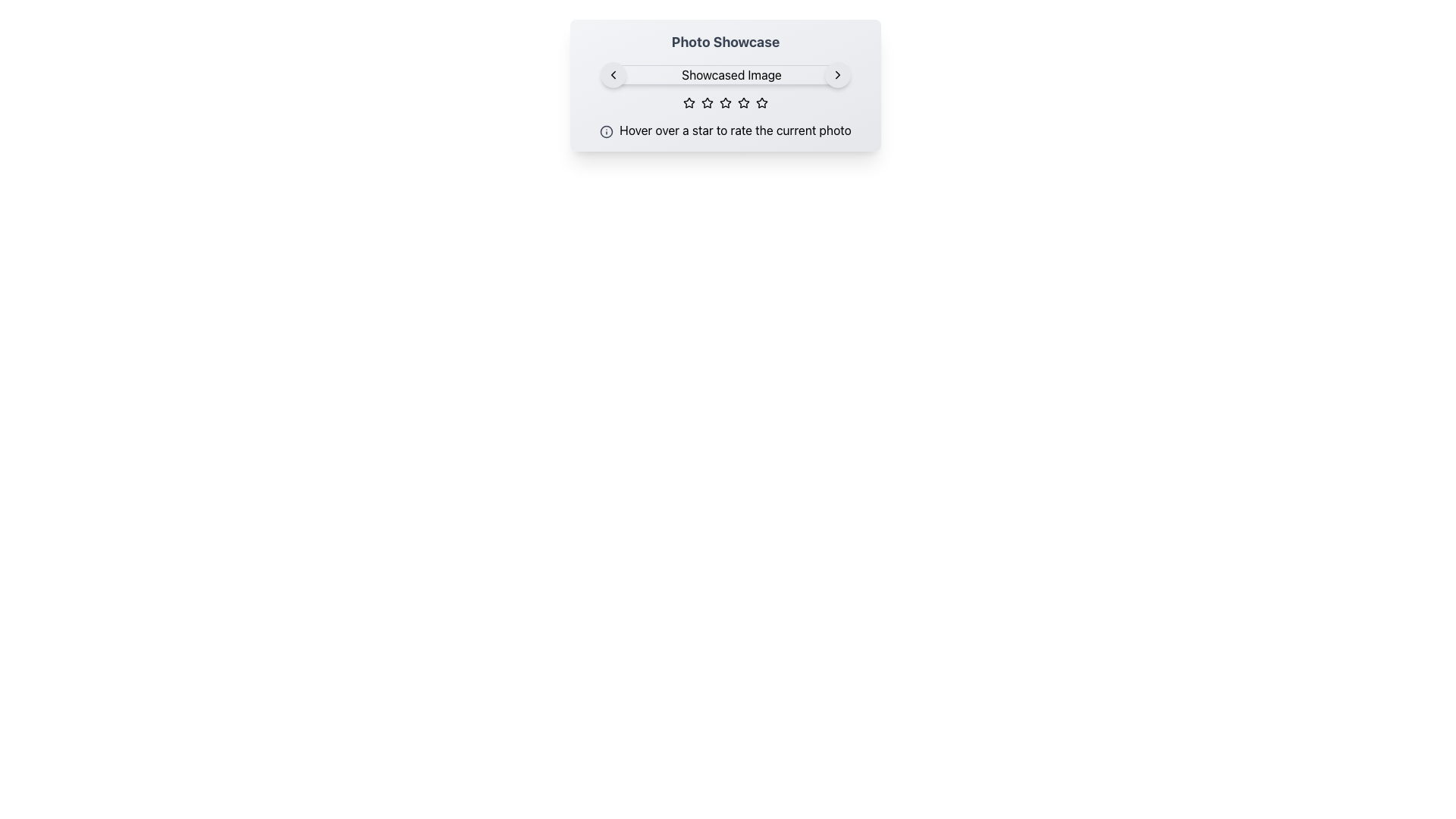 The image size is (1456, 819). I want to click on the photo showcasing module located at the top center of the viewport, so click(724, 85).